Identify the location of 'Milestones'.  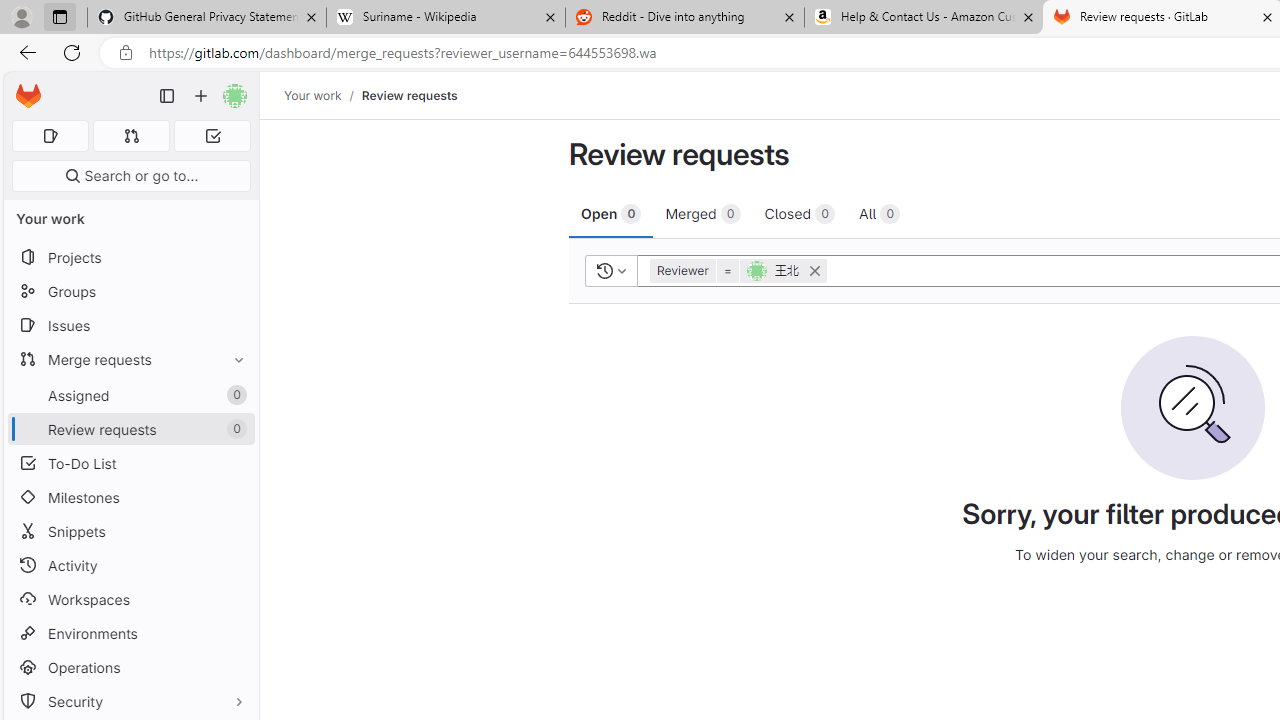
(130, 496).